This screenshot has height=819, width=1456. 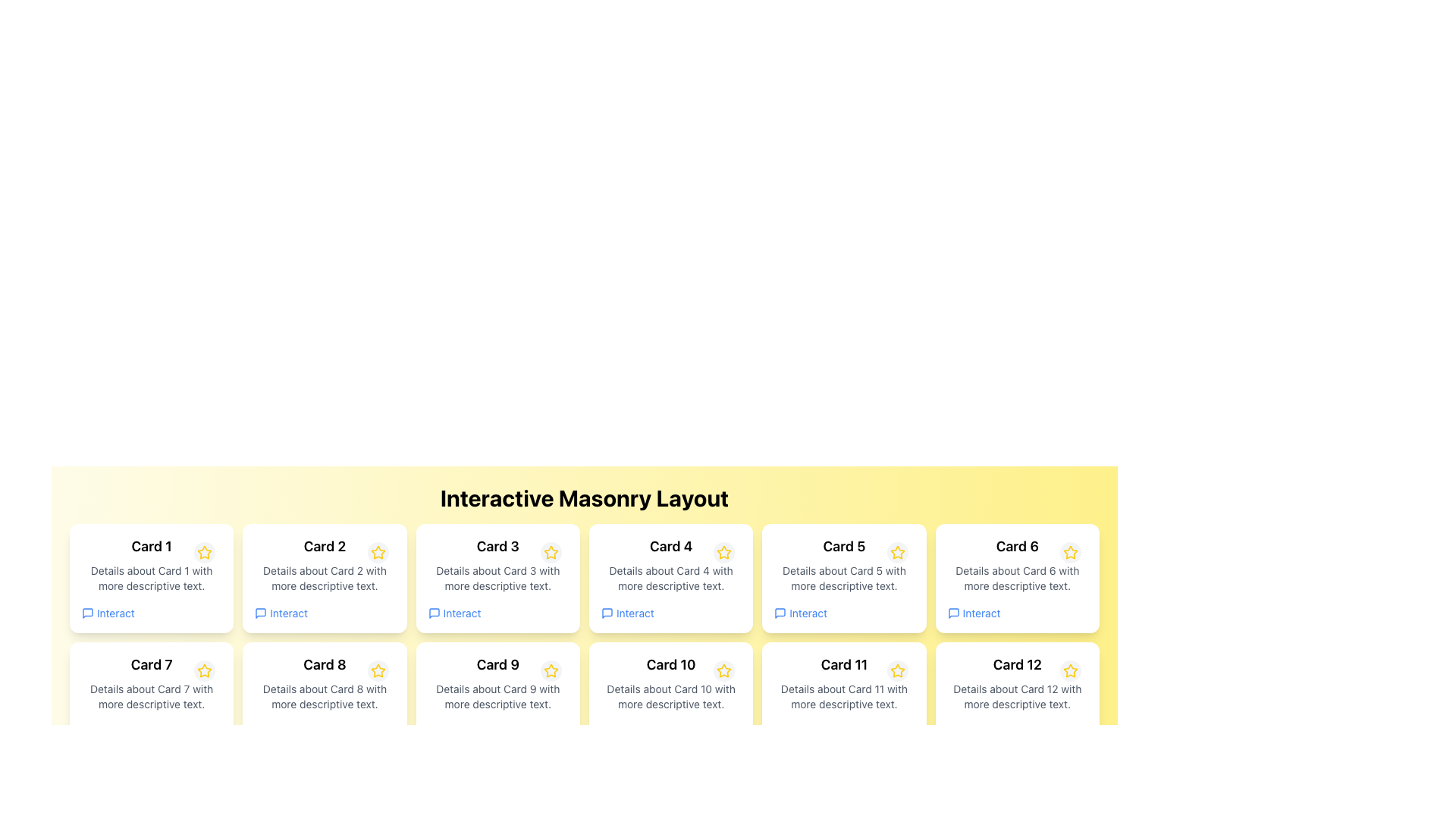 I want to click on the message or speech bubble icon located in the fifth card of the second row to observe its tooltip or effect, so click(x=780, y=613).